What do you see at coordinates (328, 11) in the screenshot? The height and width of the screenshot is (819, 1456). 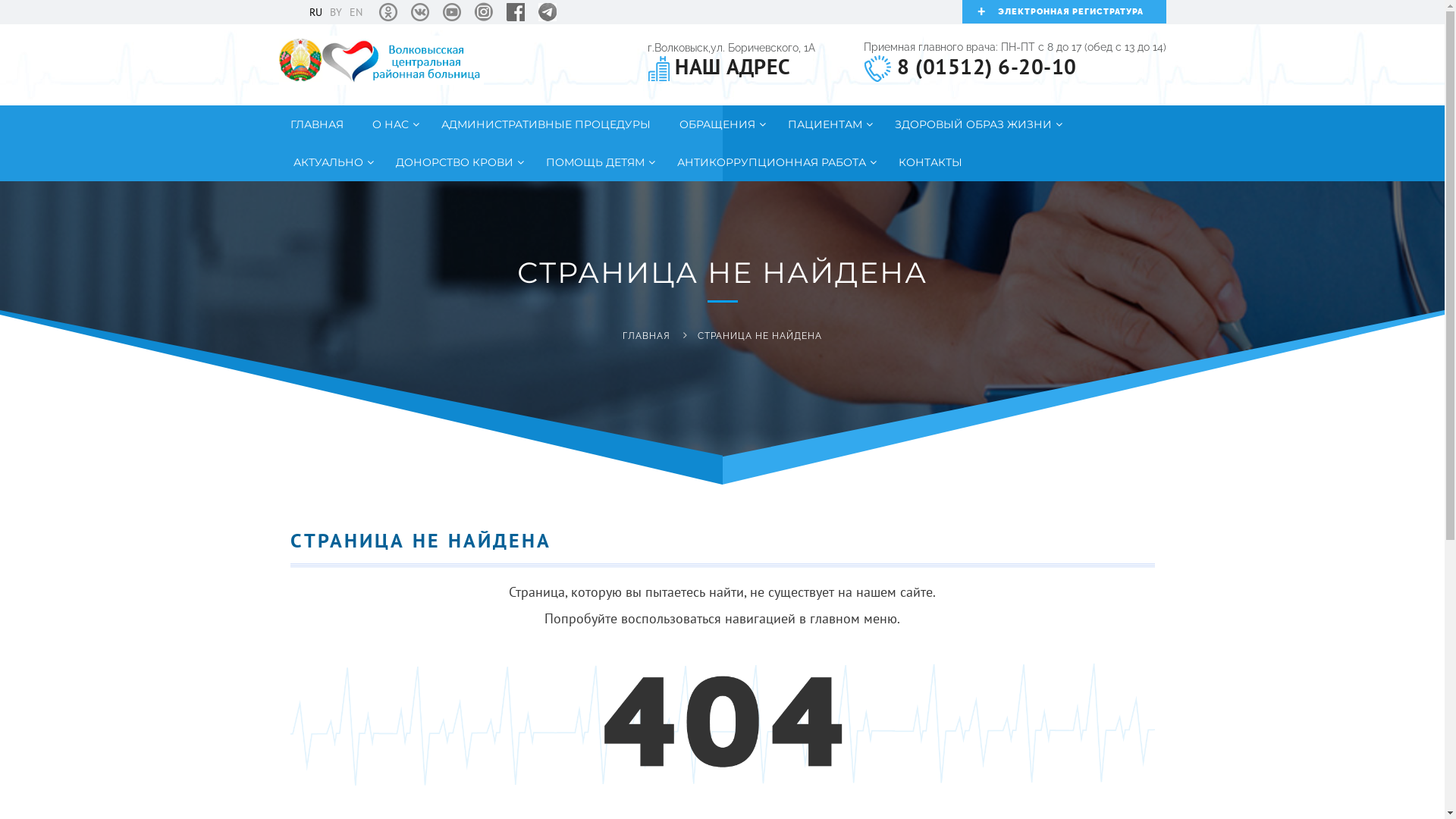 I see `'BY'` at bounding box center [328, 11].